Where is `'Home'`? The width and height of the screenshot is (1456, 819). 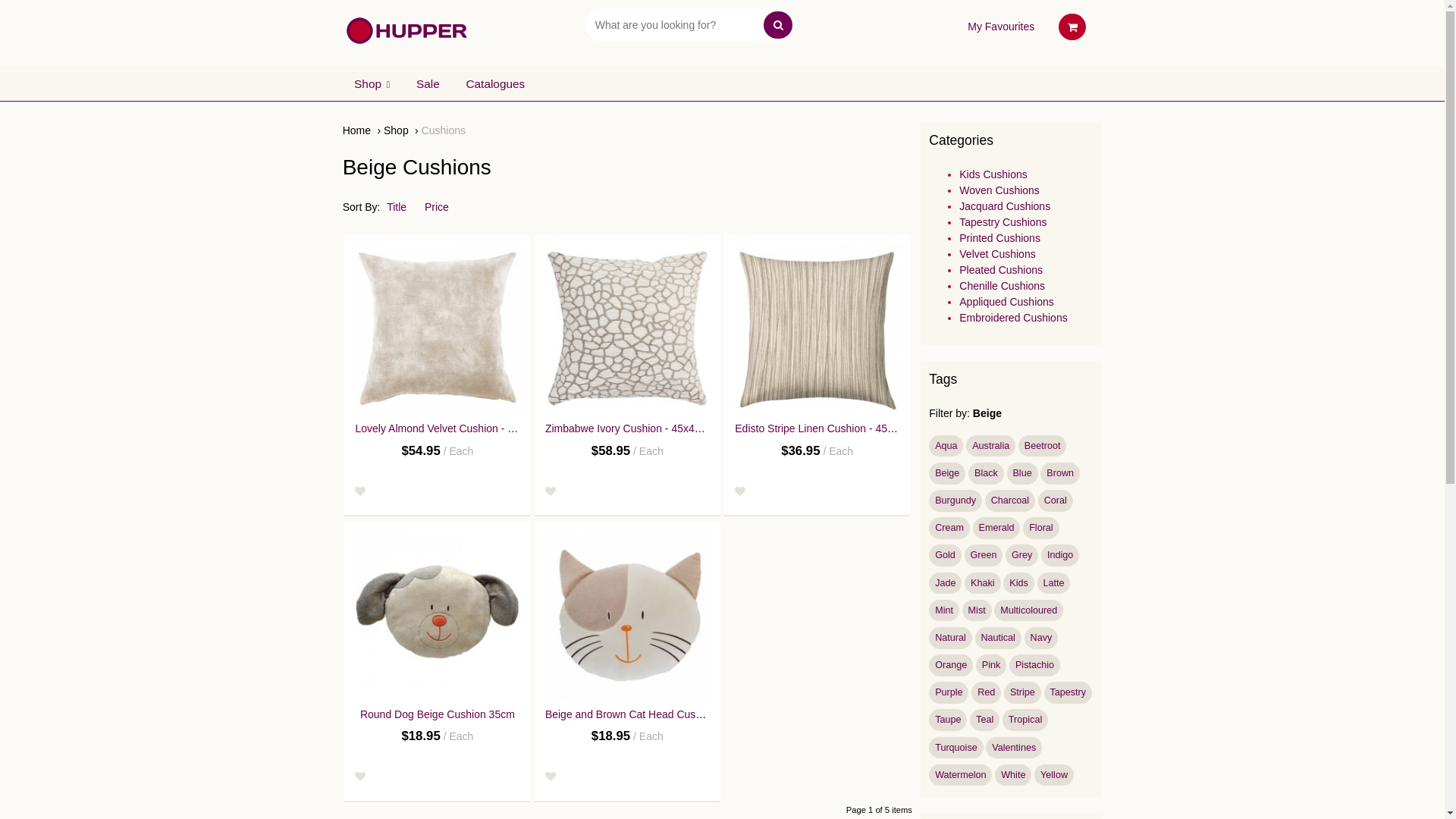
'Home' is located at coordinates (360, 130).